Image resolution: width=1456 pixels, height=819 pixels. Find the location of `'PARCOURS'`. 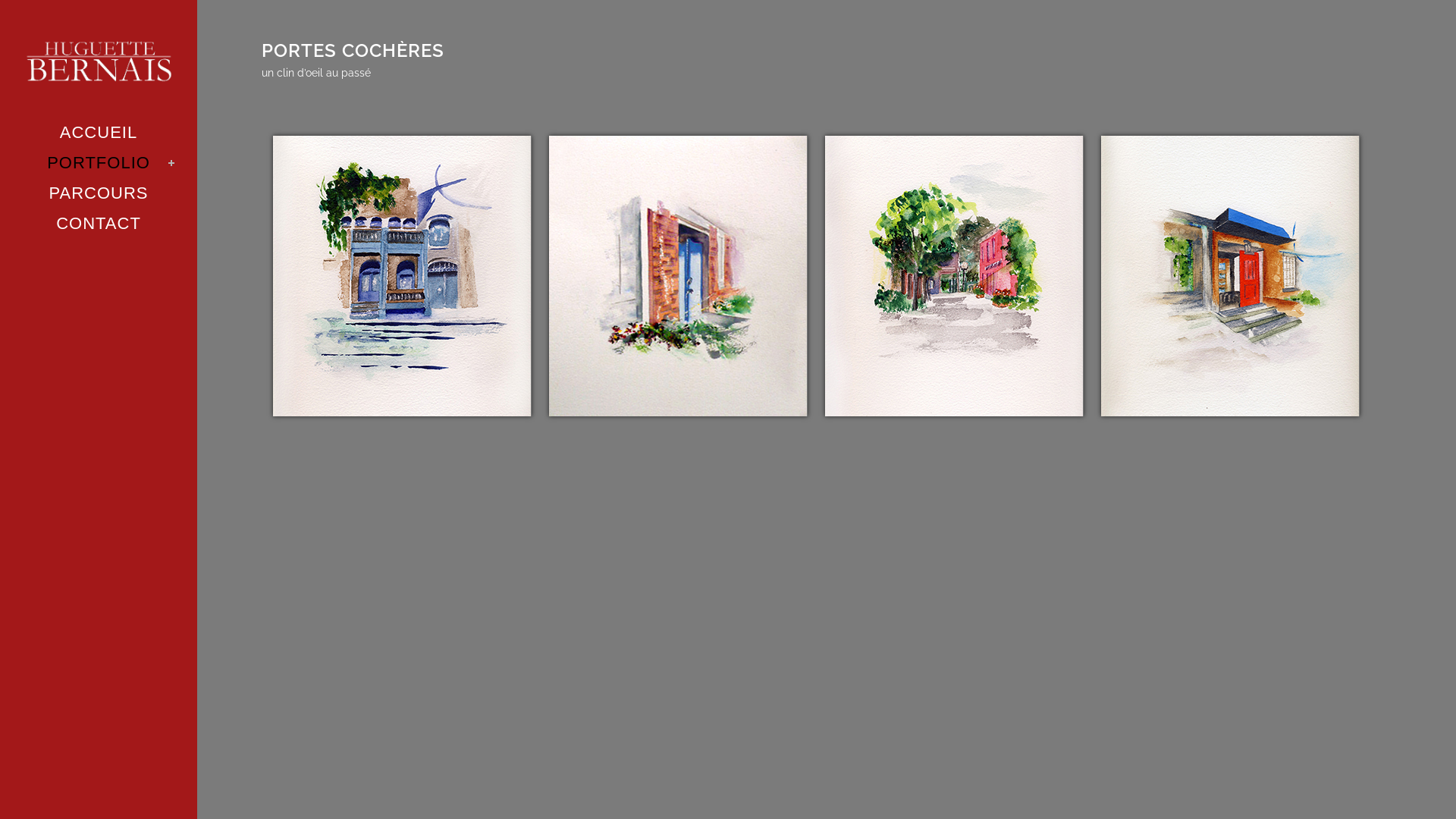

'PARCOURS' is located at coordinates (97, 192).